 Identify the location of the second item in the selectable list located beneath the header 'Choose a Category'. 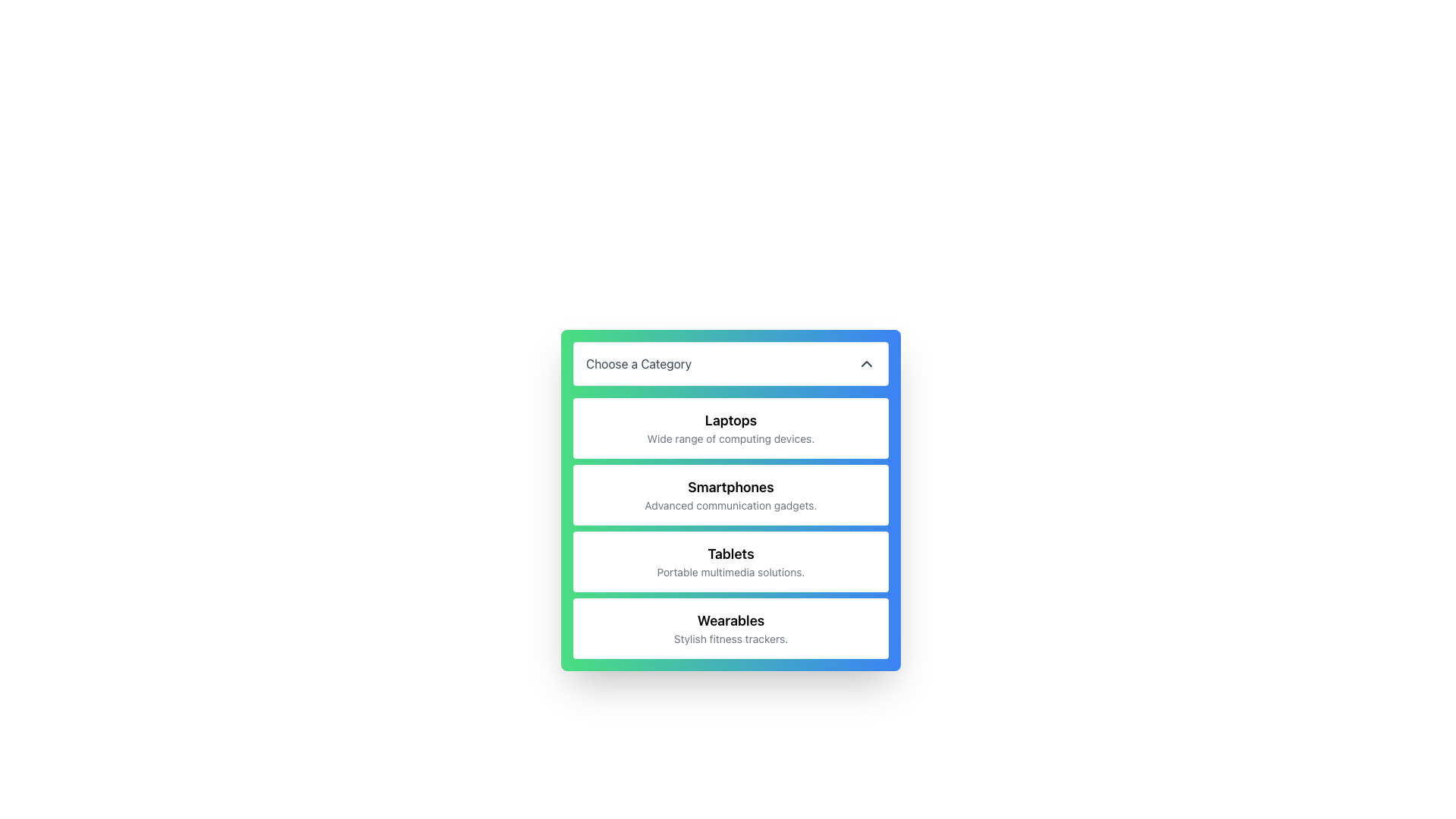
(731, 528).